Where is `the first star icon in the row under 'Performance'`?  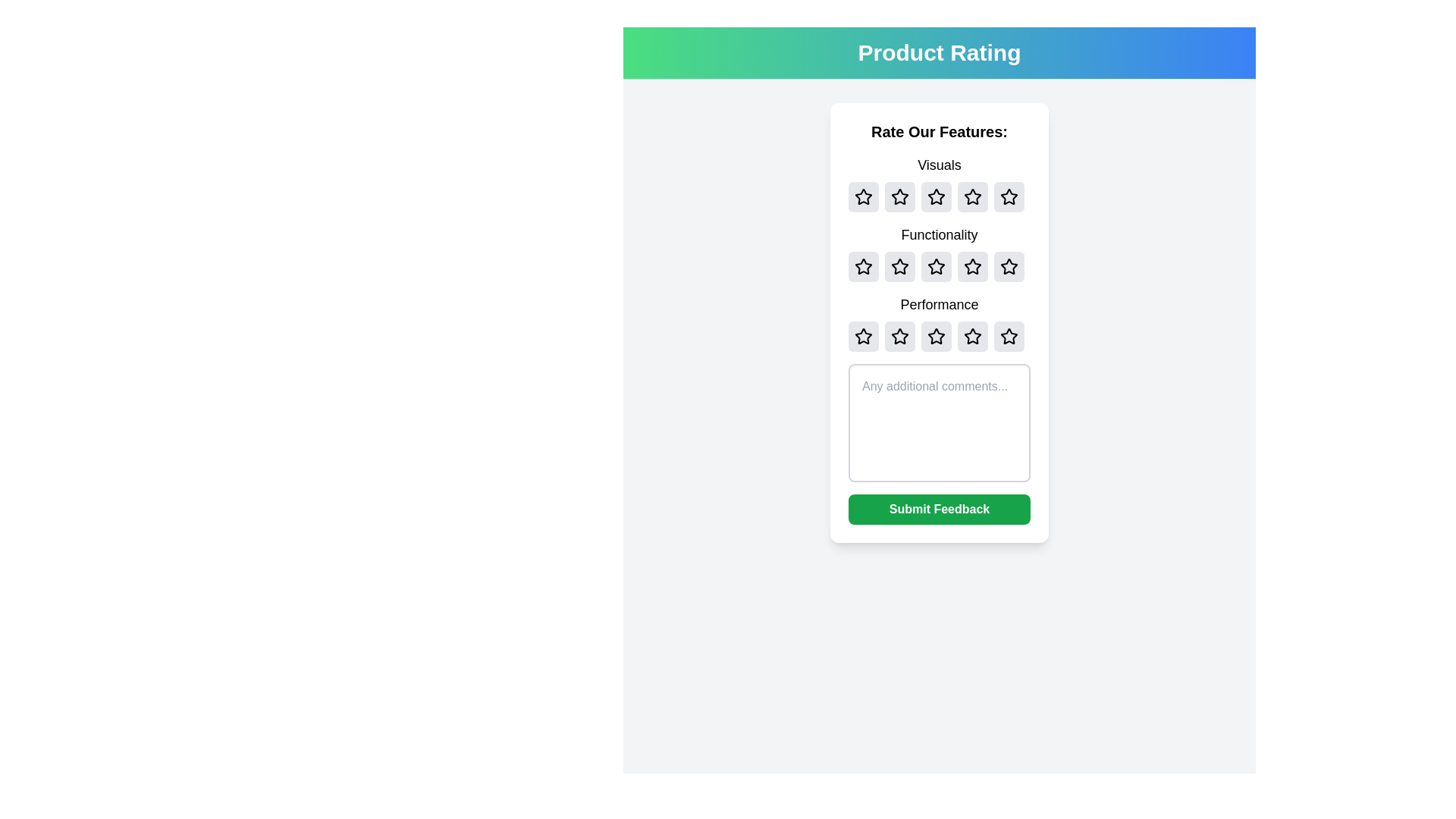 the first star icon in the row under 'Performance' is located at coordinates (863, 335).